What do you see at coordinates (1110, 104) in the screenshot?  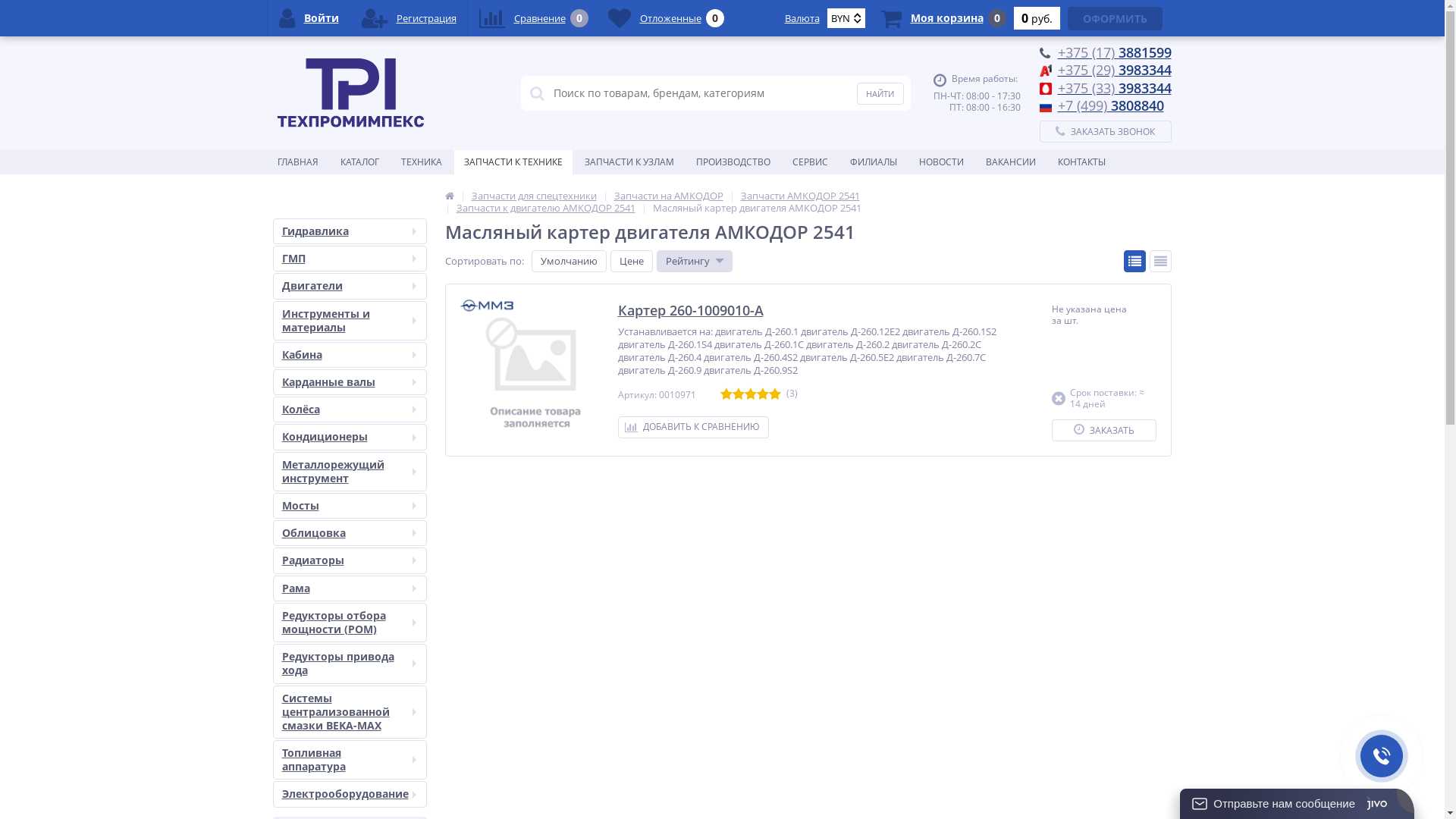 I see `'+7 (499) 3808840'` at bounding box center [1110, 104].